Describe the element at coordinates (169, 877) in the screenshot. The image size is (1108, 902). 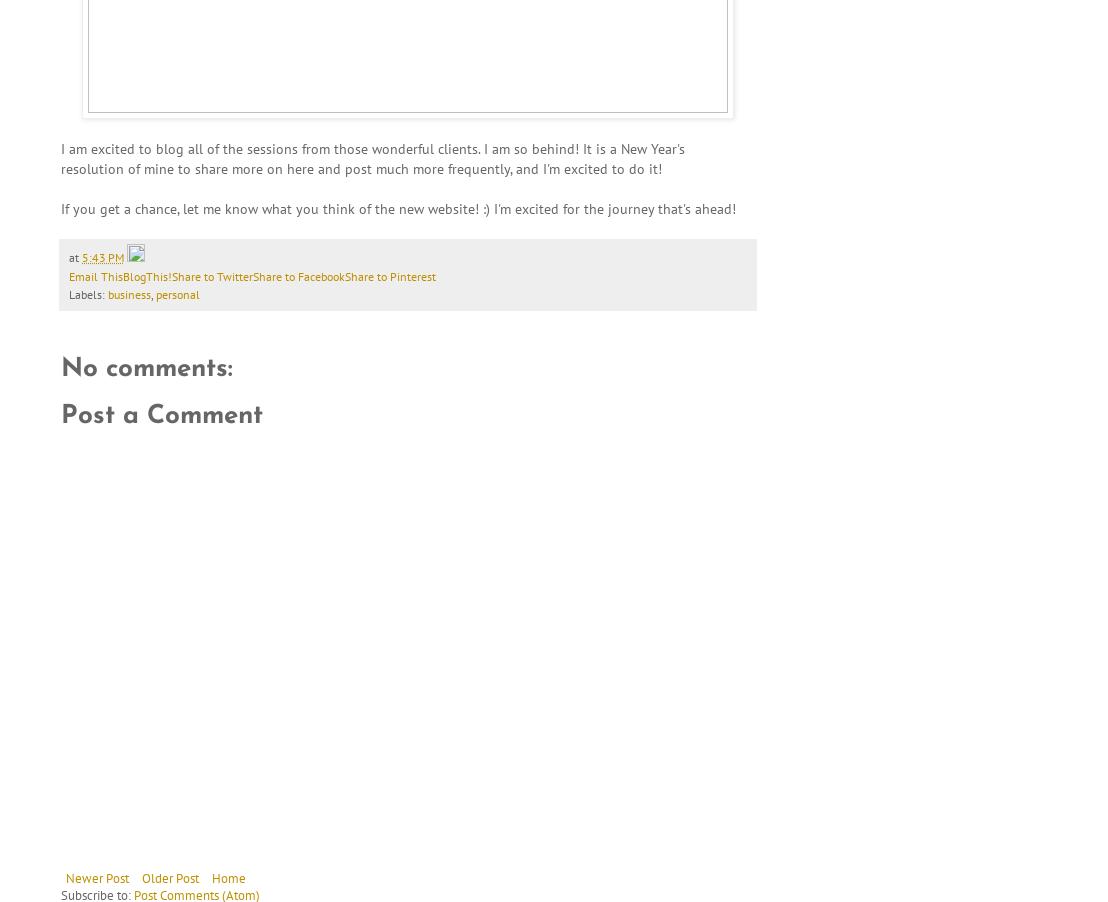
I see `'Older Post'` at that location.